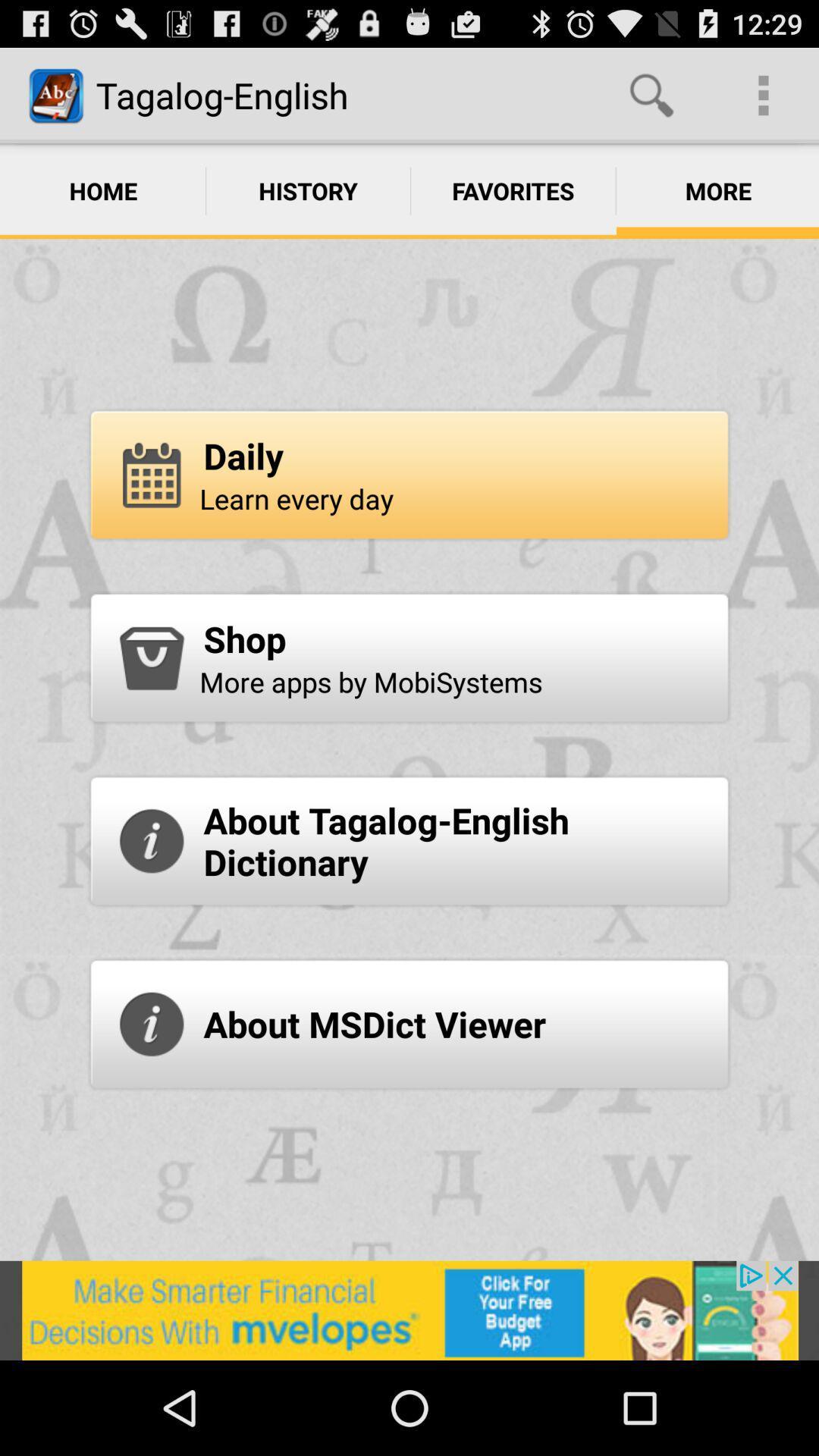 This screenshot has width=819, height=1456. I want to click on visit the advertisement site, so click(409, 1310).